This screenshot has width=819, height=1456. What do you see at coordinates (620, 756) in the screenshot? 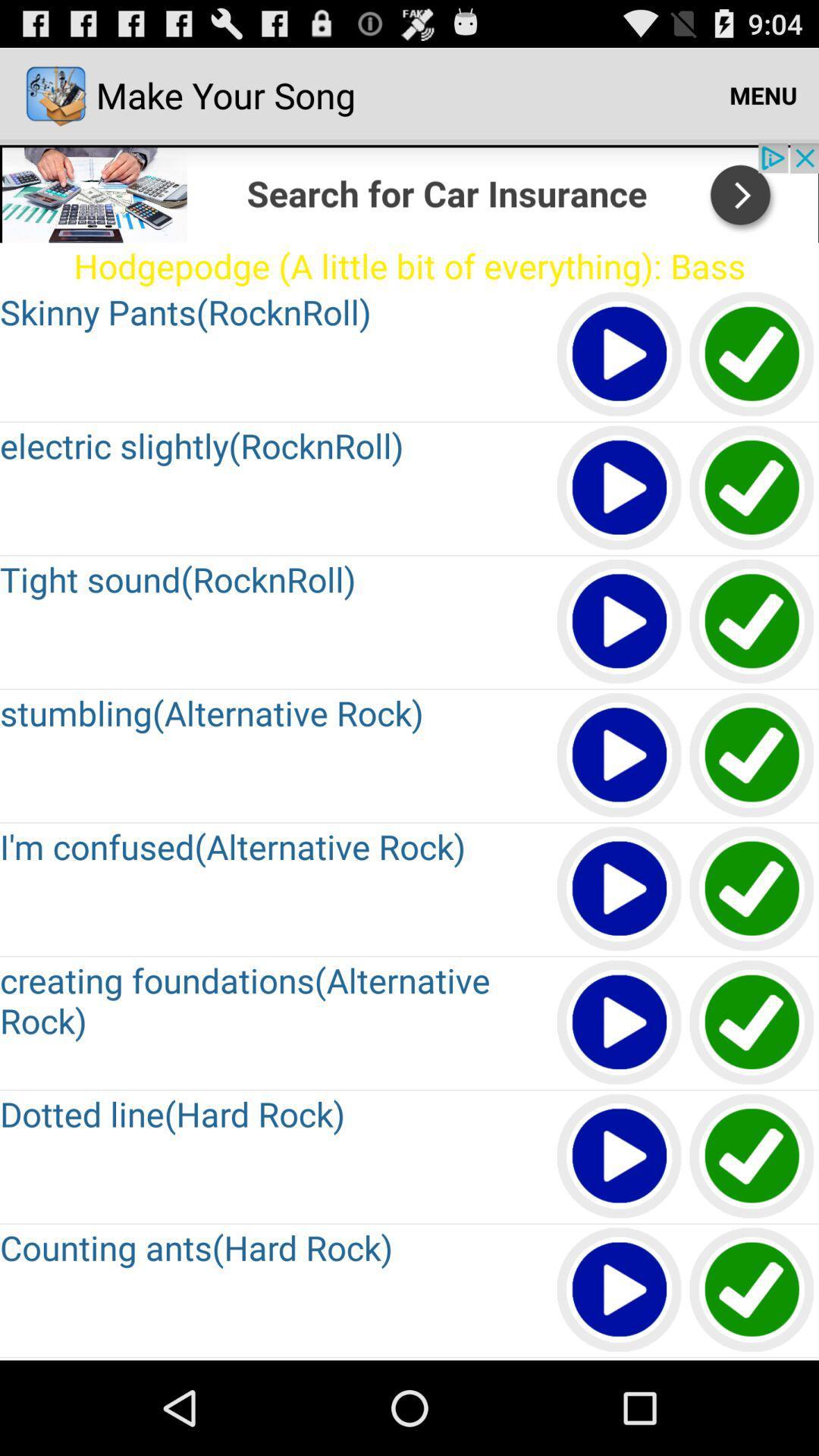
I see `button` at bounding box center [620, 756].